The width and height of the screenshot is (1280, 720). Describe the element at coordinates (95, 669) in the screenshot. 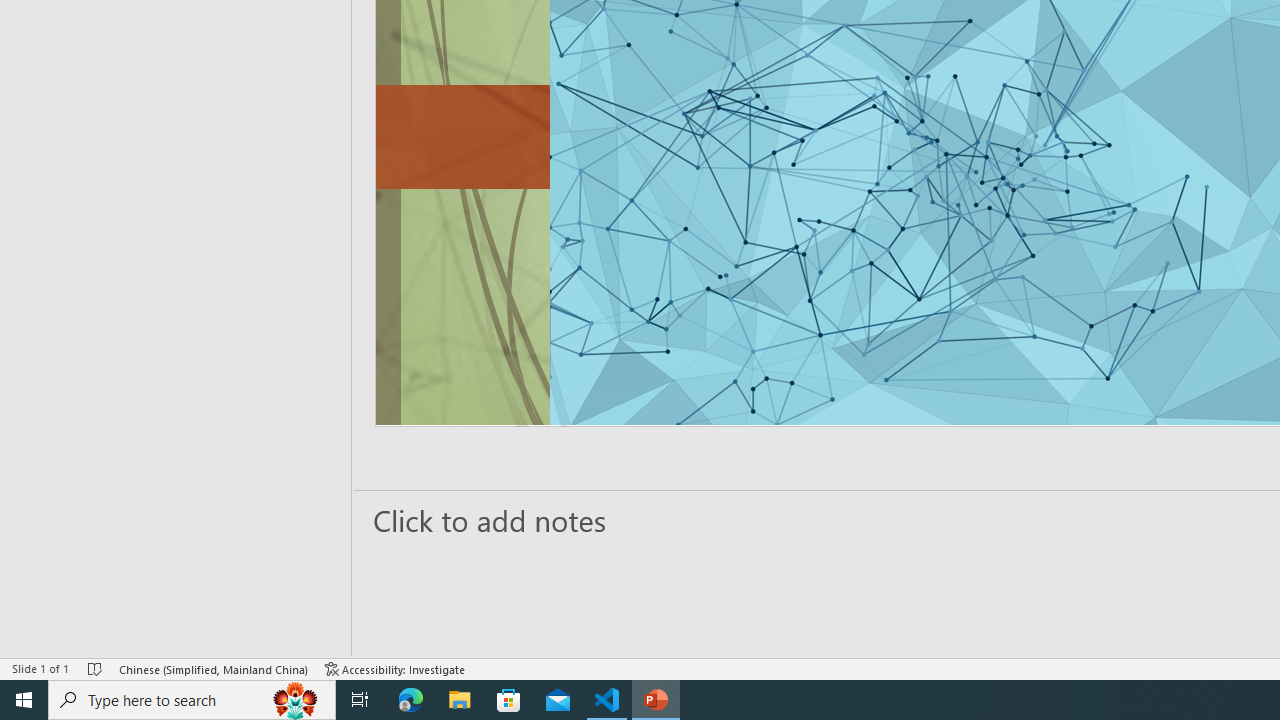

I see `'Spell Check No Errors'` at that location.